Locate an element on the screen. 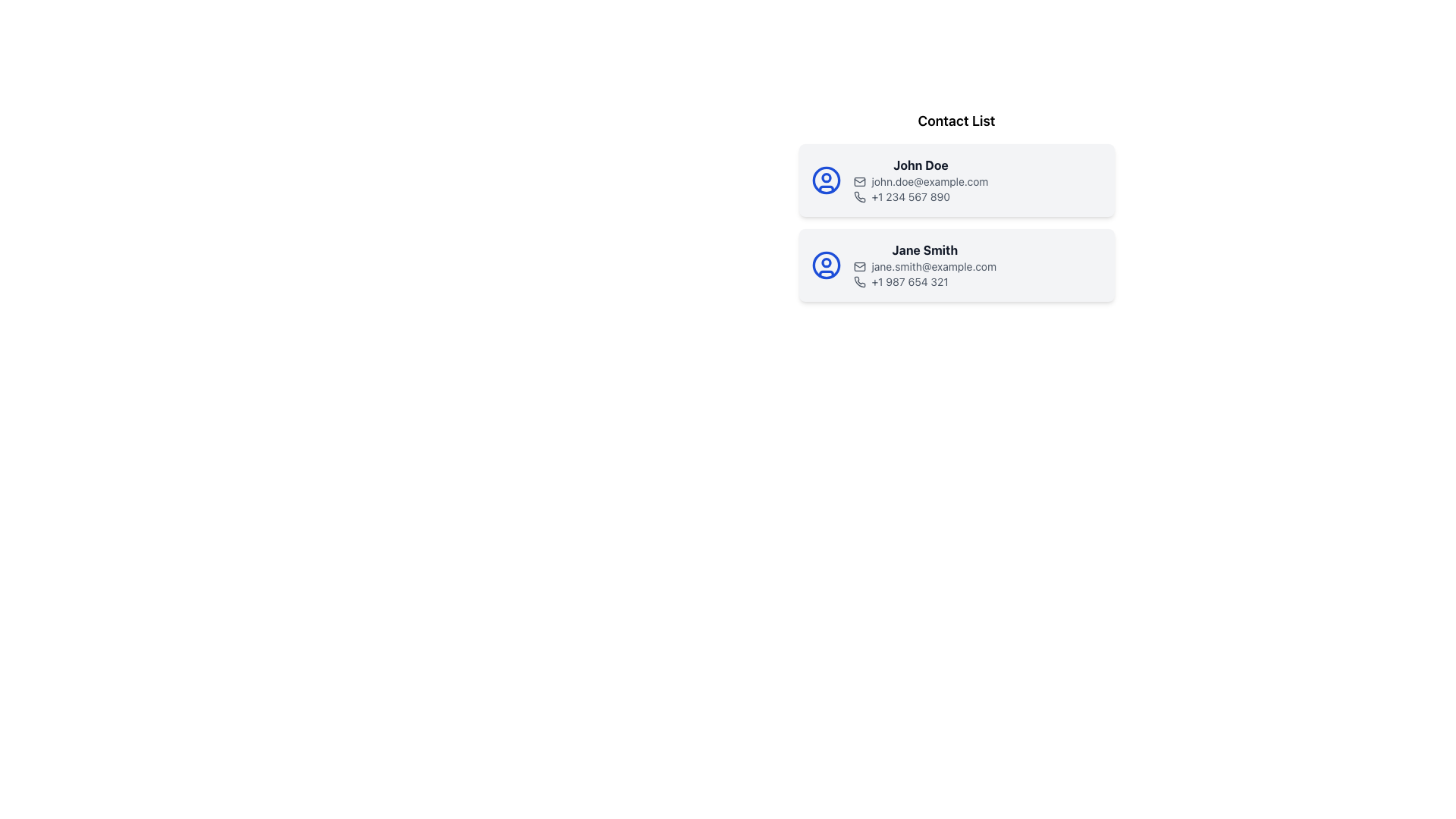 The image size is (1456, 819). the phone icon representing the call function, which is the leftmost item in the second row of the contact list, adjacent to the phone number '+1 987 654 321' is located at coordinates (859, 281).